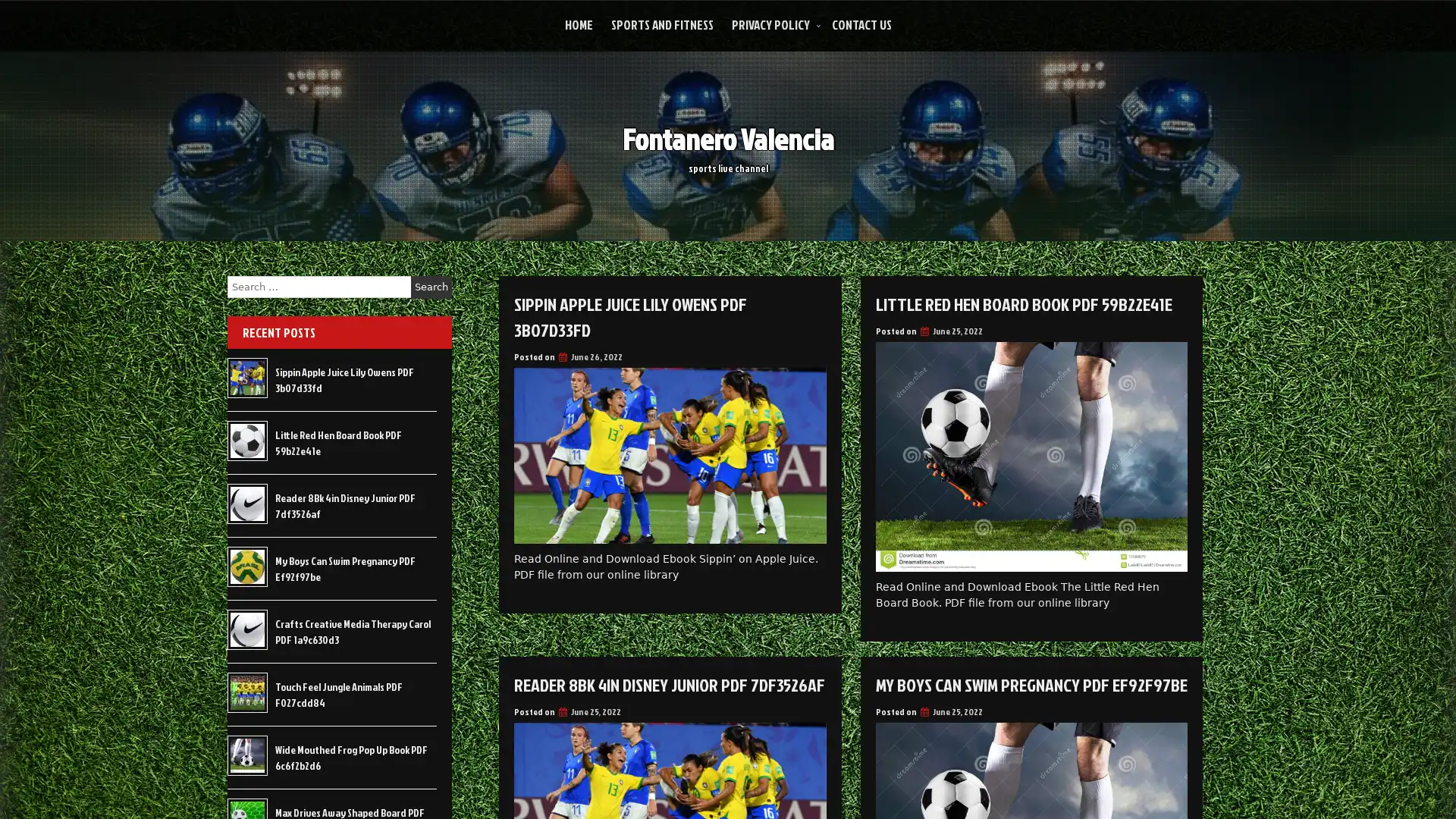 The image size is (1456, 819). What do you see at coordinates (431, 287) in the screenshot?
I see `Search` at bounding box center [431, 287].